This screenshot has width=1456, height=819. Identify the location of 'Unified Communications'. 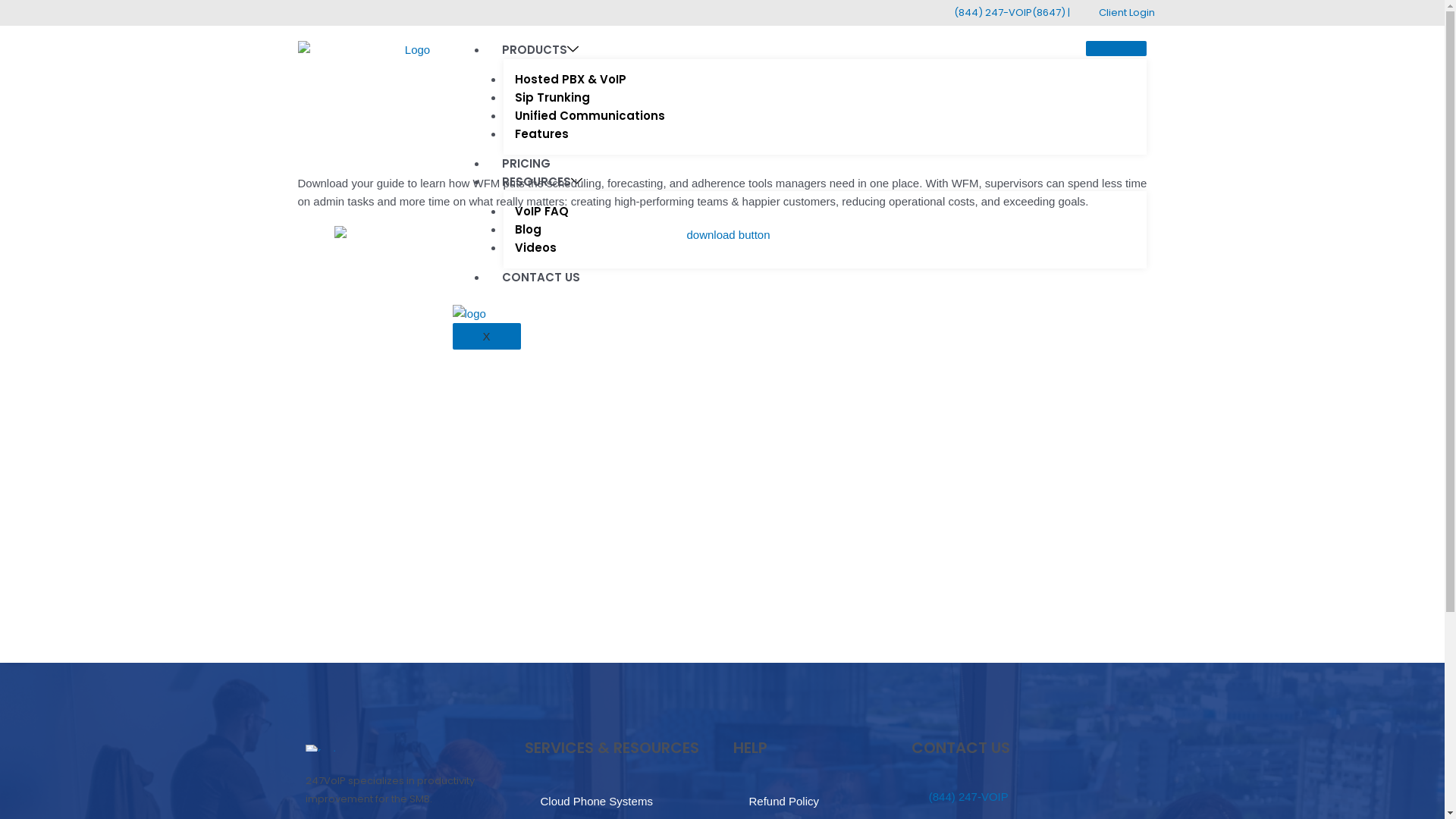
(588, 115).